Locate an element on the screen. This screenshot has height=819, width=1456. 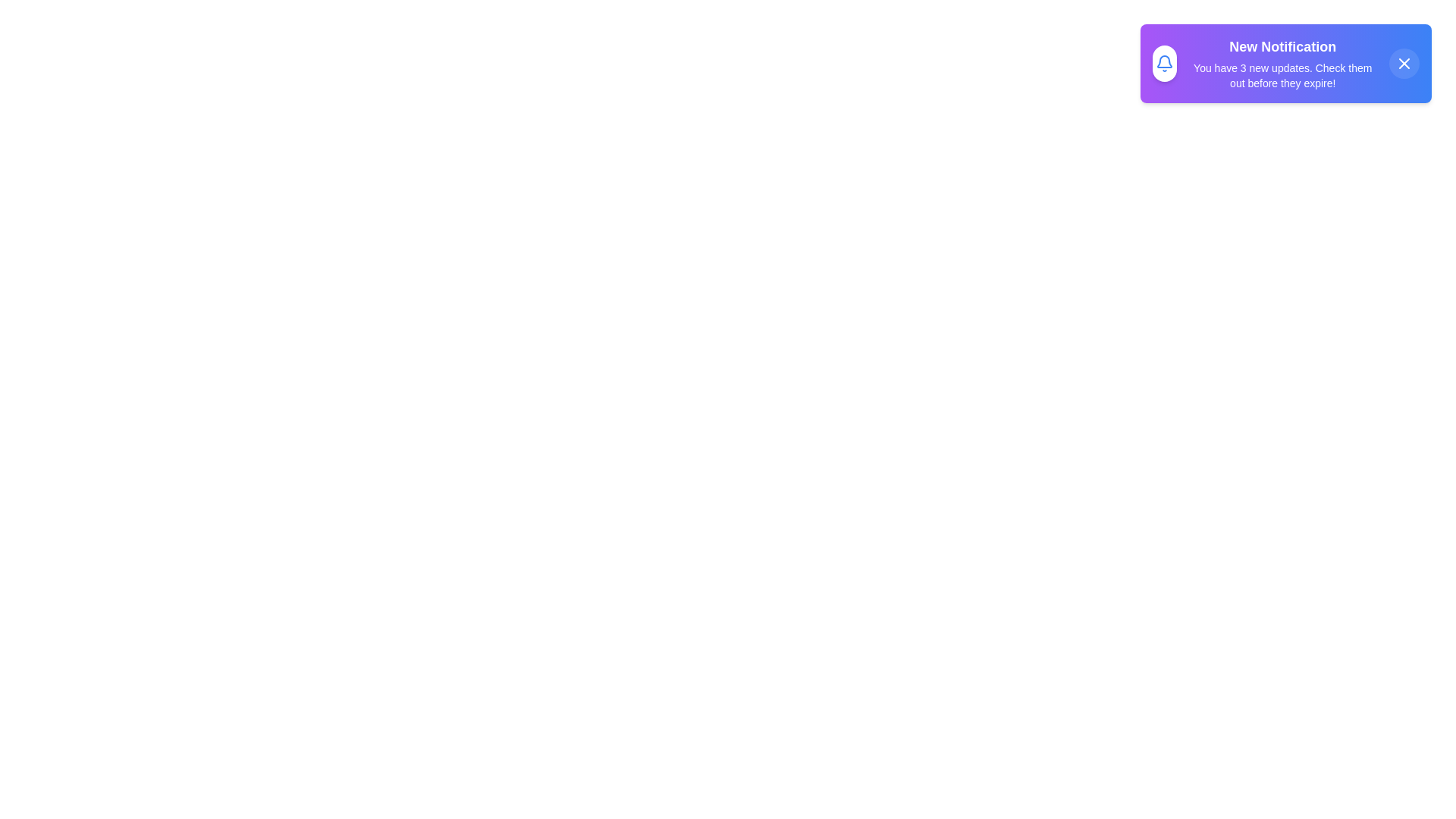
the notification bell icon is located at coordinates (1163, 63).